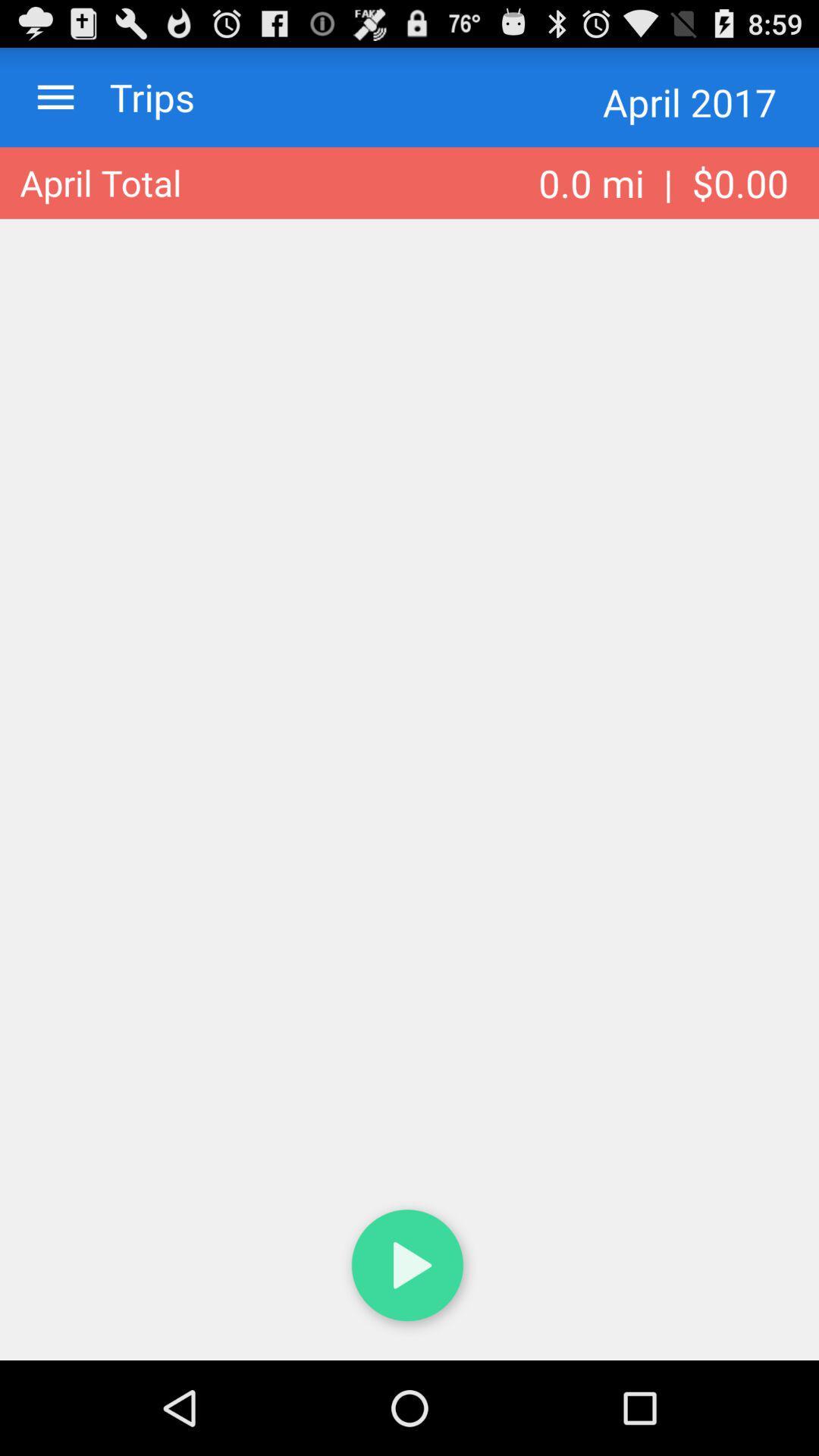 Image resolution: width=819 pixels, height=1456 pixels. Describe the element at coordinates (55, 96) in the screenshot. I see `the item above the april total item` at that location.